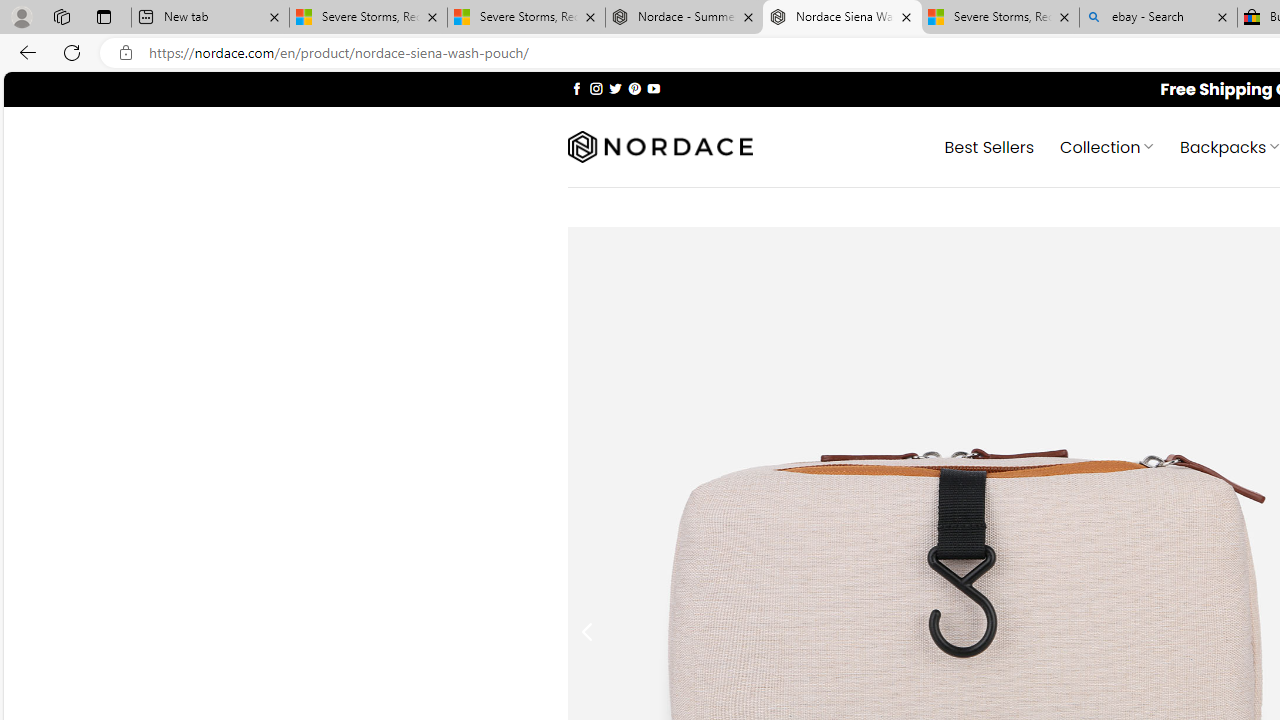 Image resolution: width=1280 pixels, height=720 pixels. What do you see at coordinates (614, 87) in the screenshot?
I see `'Follow on Twitter'` at bounding box center [614, 87].